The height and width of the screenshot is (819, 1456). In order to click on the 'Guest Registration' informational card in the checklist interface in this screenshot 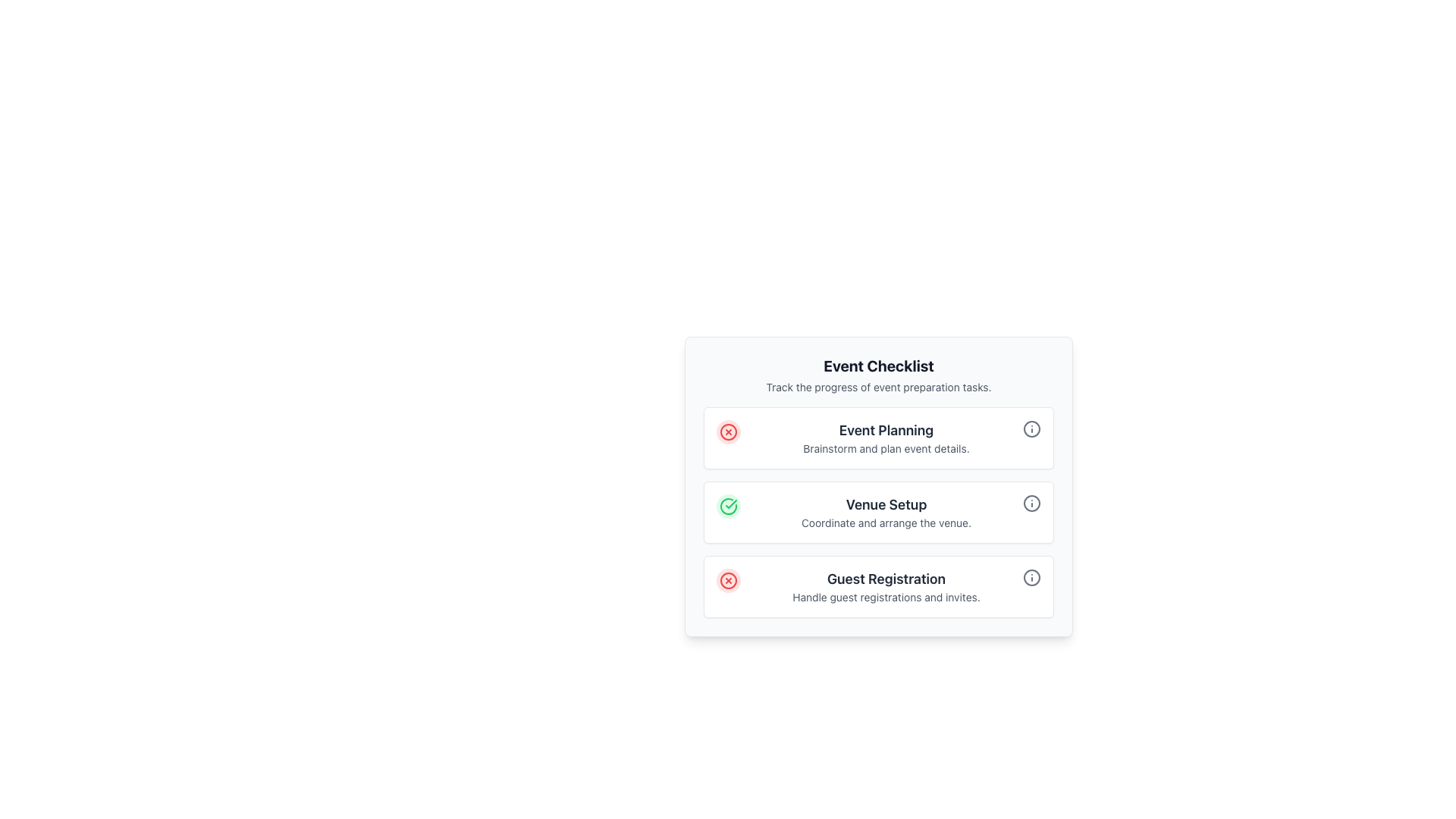, I will do `click(878, 586)`.